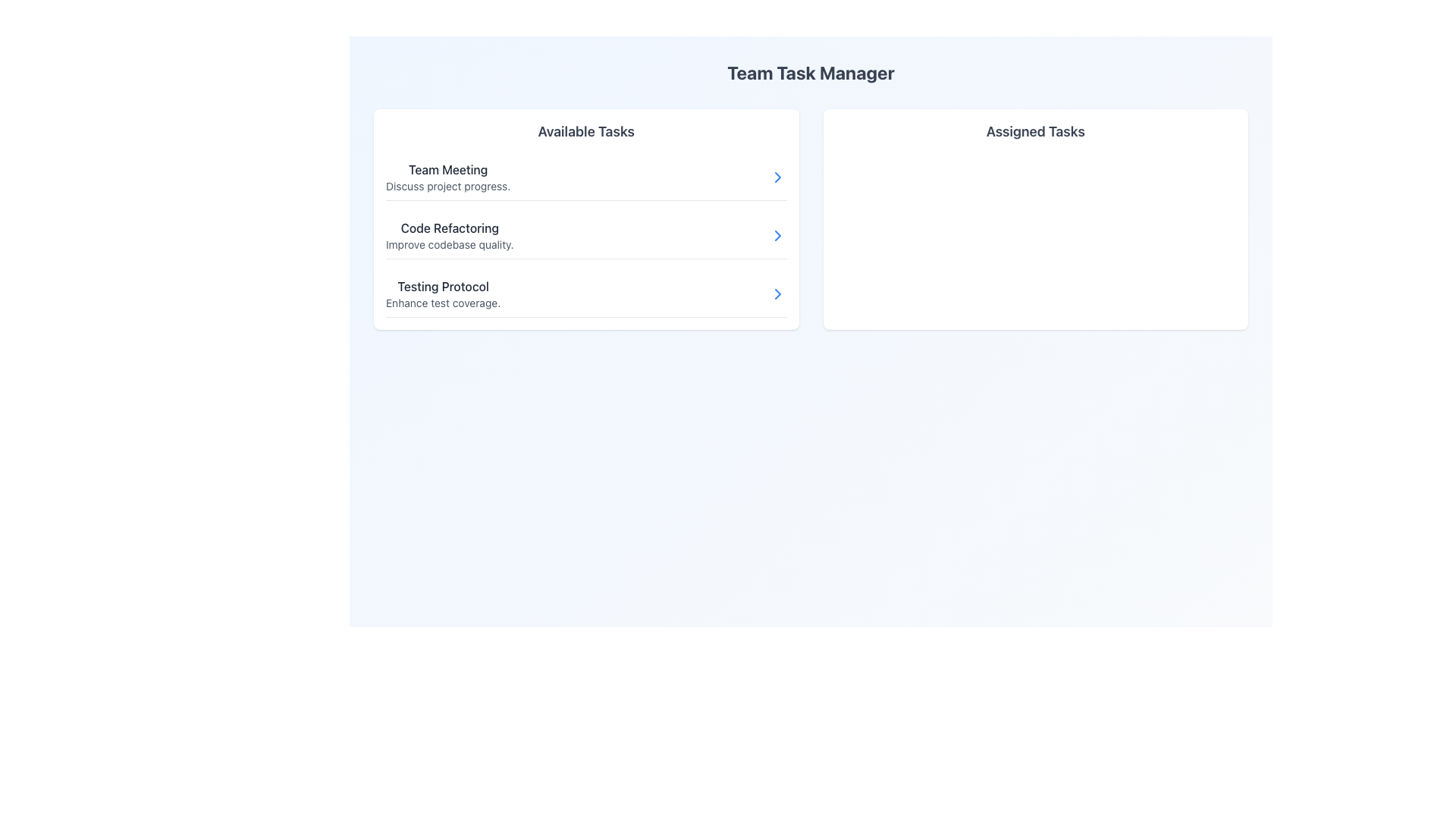  What do you see at coordinates (585, 177) in the screenshot?
I see `the 'Team Meeting' task item` at bounding box center [585, 177].